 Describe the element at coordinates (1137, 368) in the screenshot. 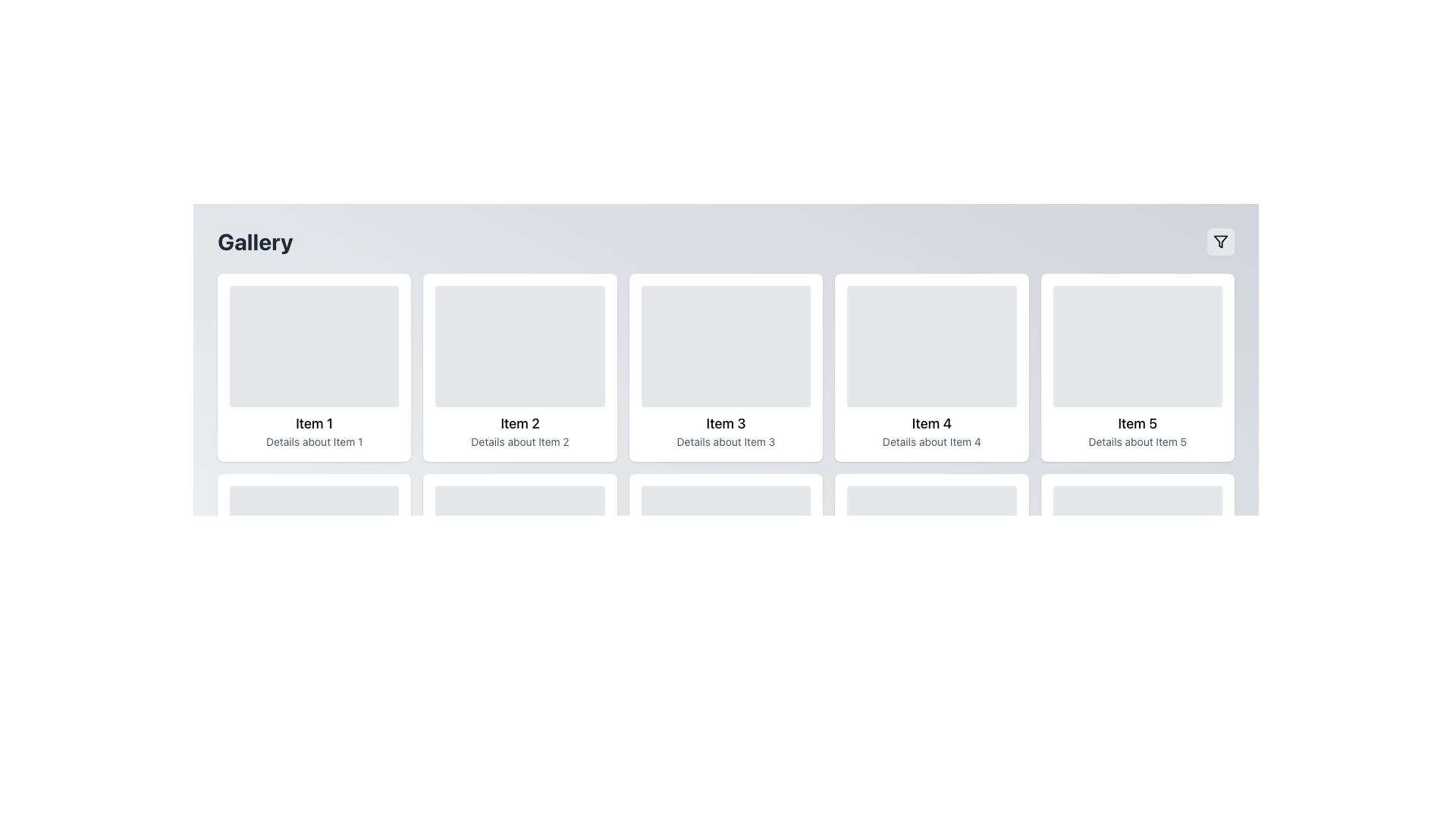

I see `the fifth card in the gallery that represents 'Item 5', located in the first row and last column of the grid` at that location.